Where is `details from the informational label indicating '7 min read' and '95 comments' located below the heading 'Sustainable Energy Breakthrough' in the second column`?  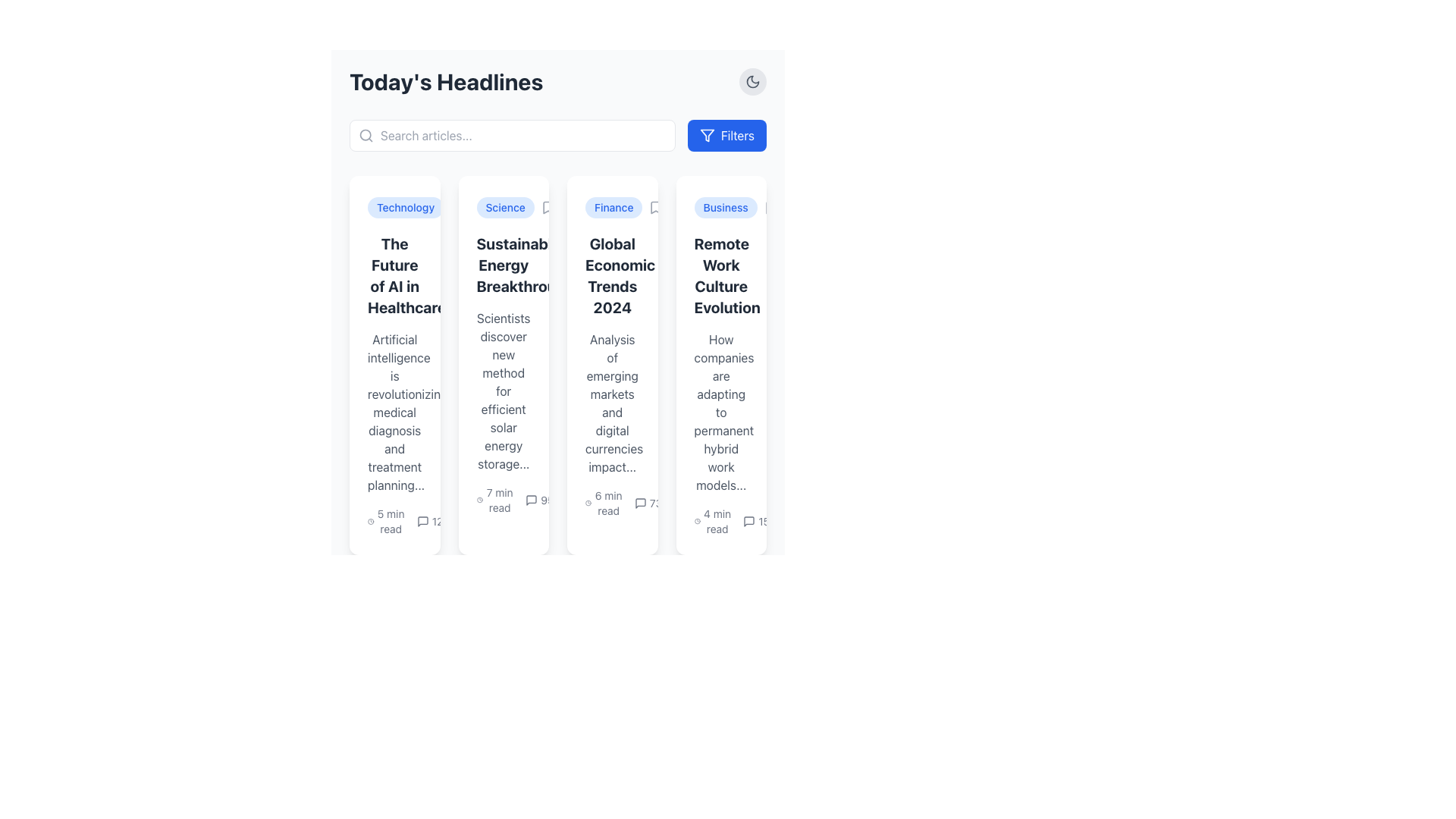 details from the informational label indicating '7 min read' and '95 comments' located below the heading 'Sustainable Energy Breakthrough' in the second column is located at coordinates (515, 500).